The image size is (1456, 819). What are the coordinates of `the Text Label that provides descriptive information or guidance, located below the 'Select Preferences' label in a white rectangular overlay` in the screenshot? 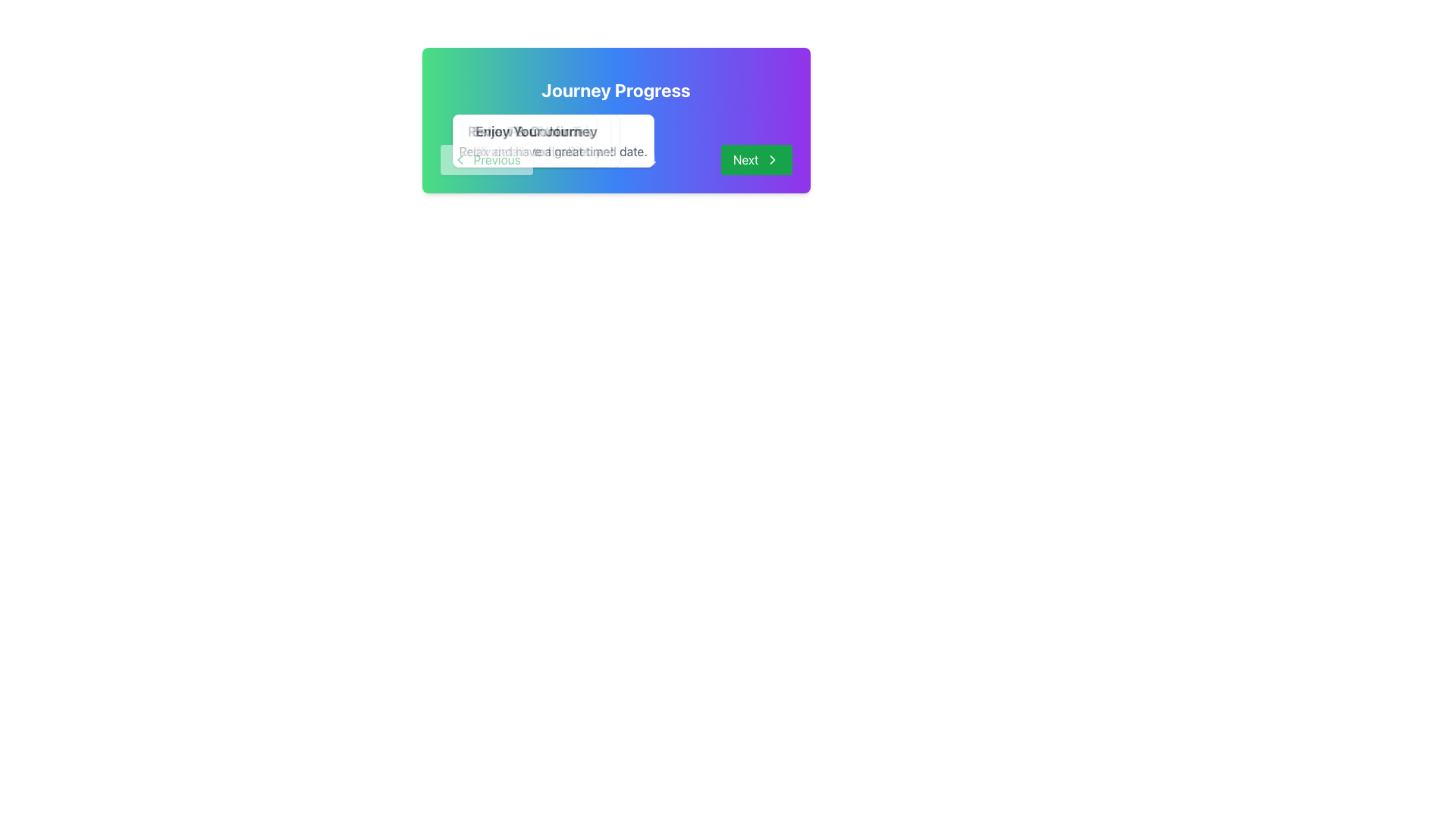 It's located at (531, 152).